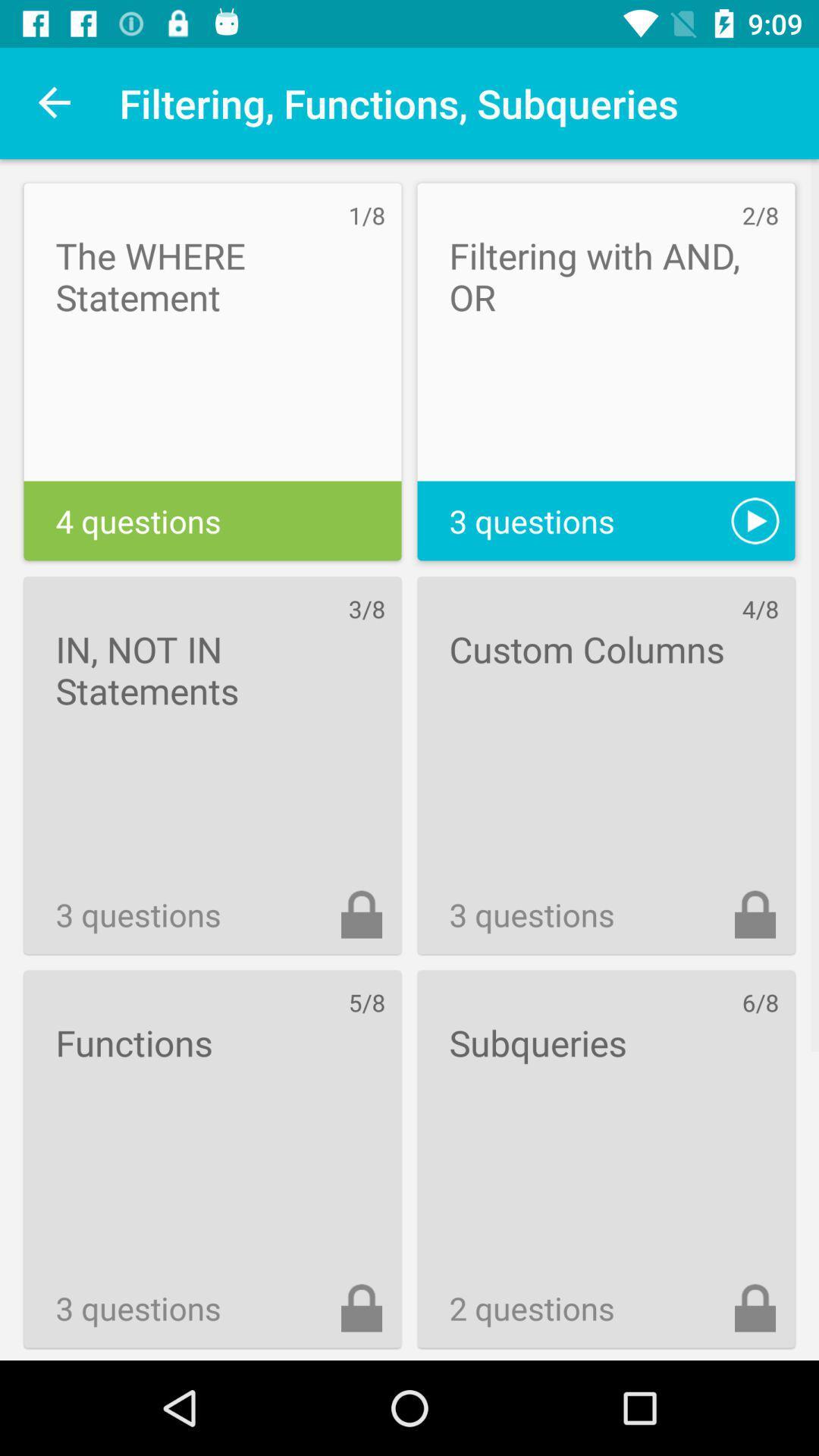 This screenshot has width=819, height=1456. I want to click on the item next to the filtering, functions, subqueries, so click(55, 102).